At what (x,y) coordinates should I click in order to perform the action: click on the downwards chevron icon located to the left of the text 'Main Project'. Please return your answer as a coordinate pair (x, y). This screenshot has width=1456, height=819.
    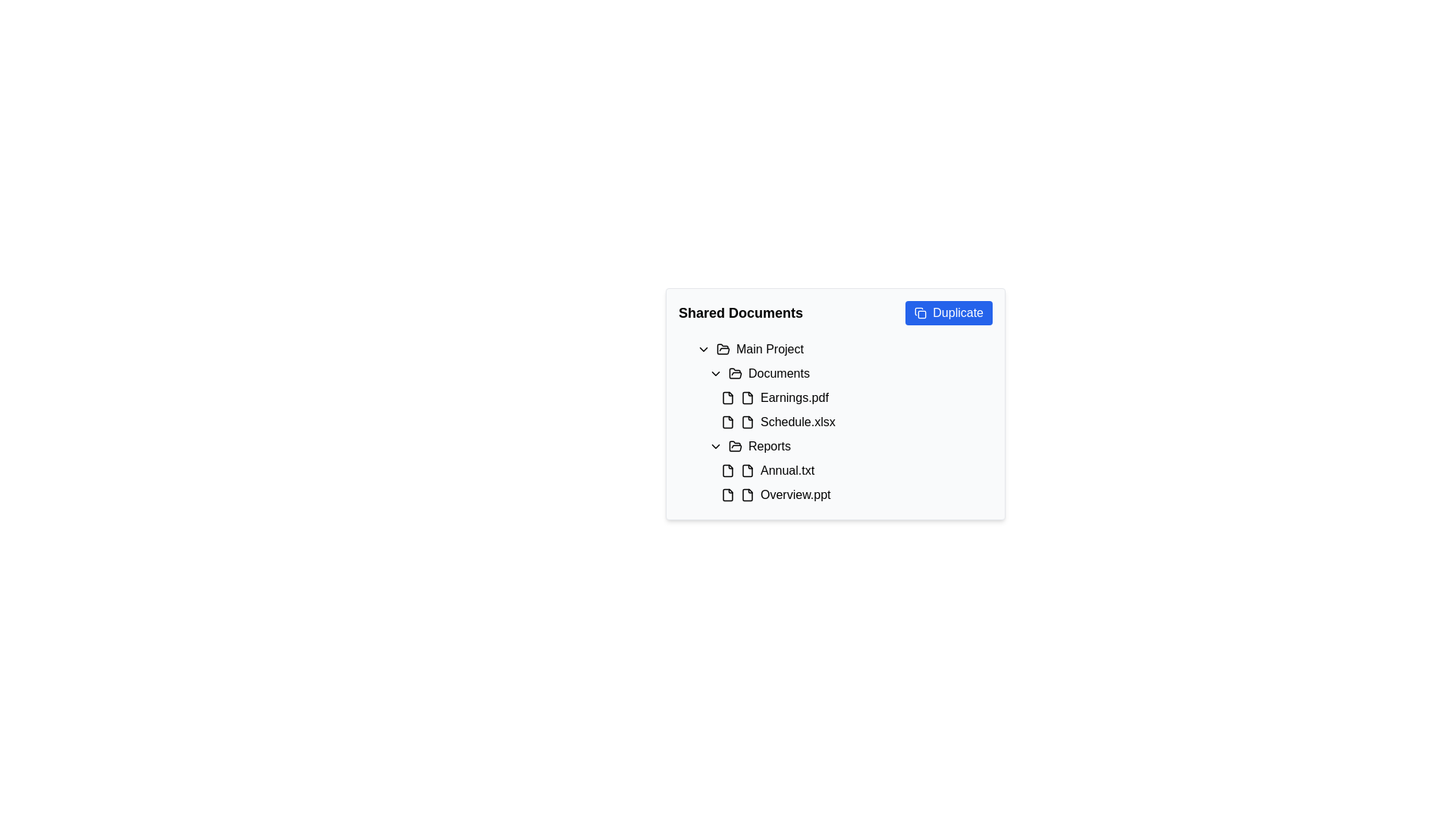
    Looking at the image, I should click on (702, 350).